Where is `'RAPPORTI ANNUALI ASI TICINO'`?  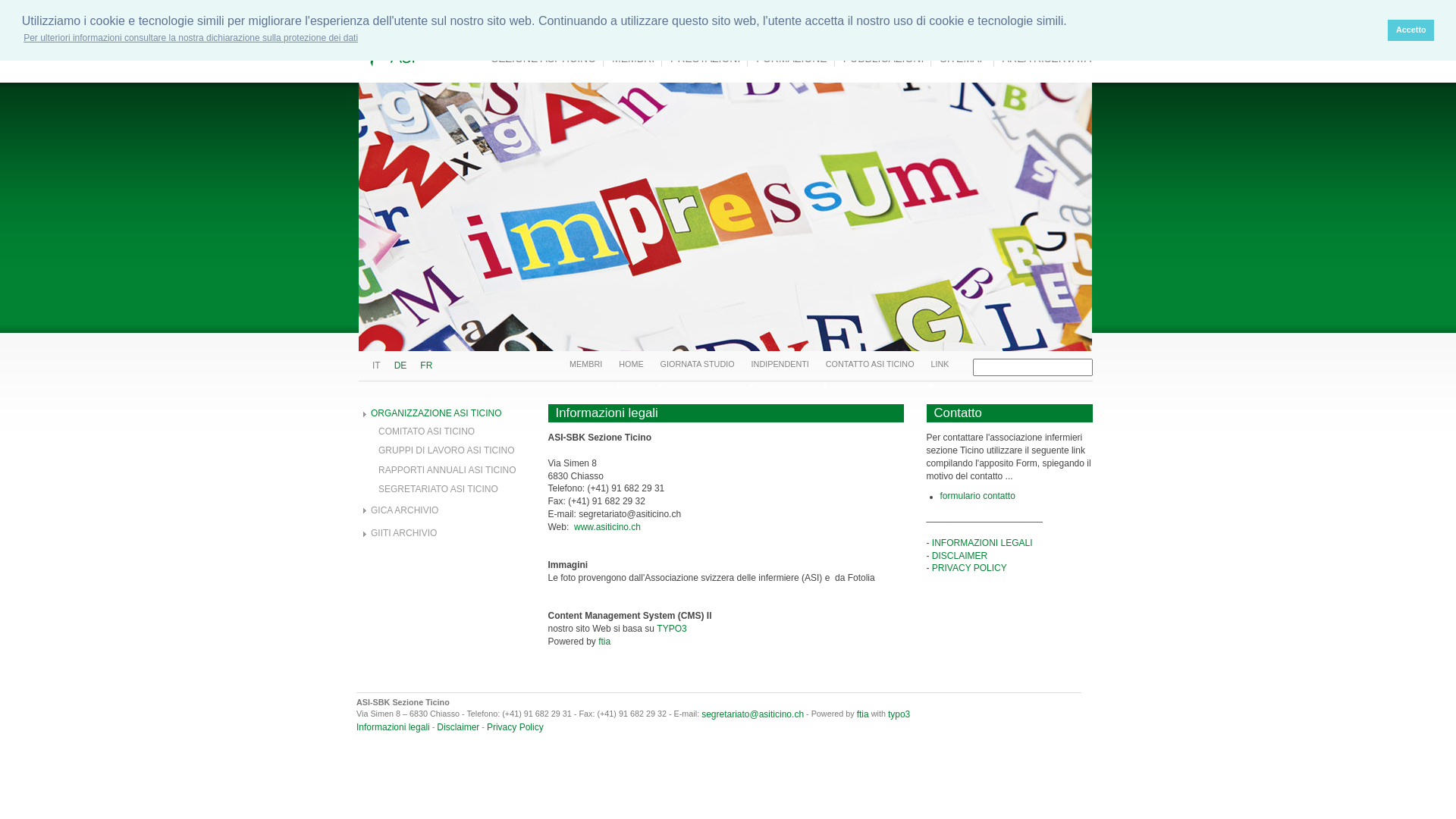 'RAPPORTI ANNUALI ASI TICINO' is located at coordinates (447, 469).